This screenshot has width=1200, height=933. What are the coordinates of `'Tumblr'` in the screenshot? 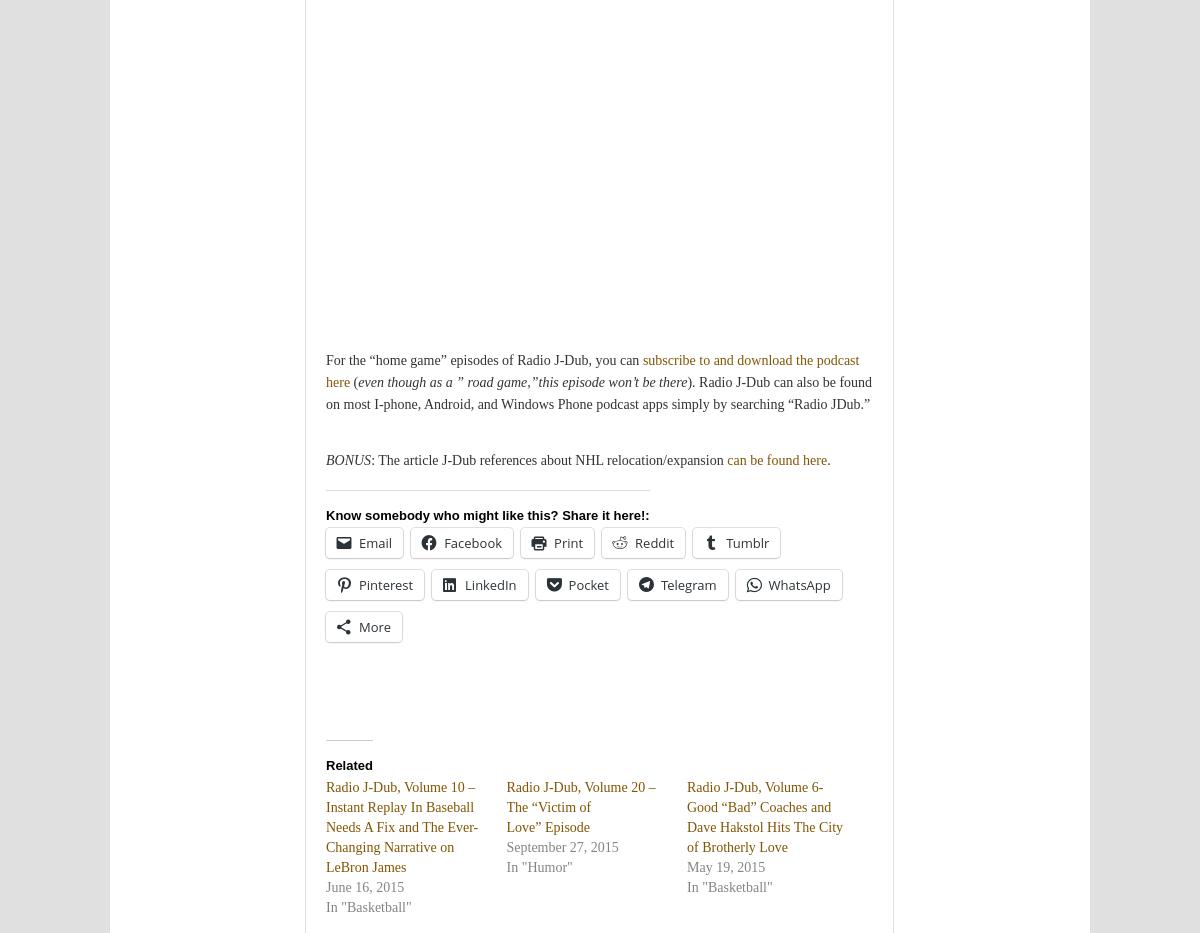 It's located at (747, 542).